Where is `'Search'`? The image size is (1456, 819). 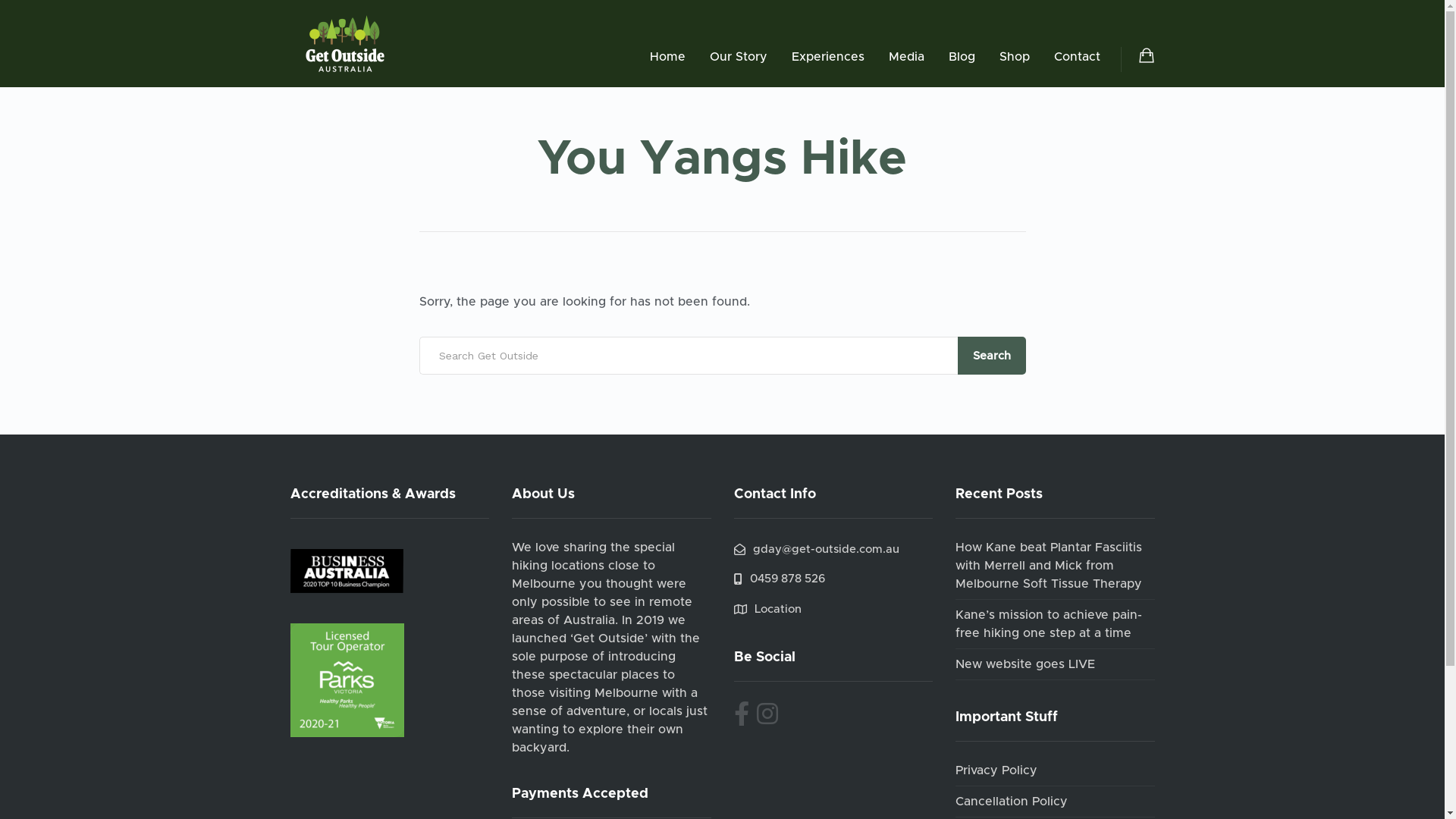
'Search' is located at coordinates (990, 356).